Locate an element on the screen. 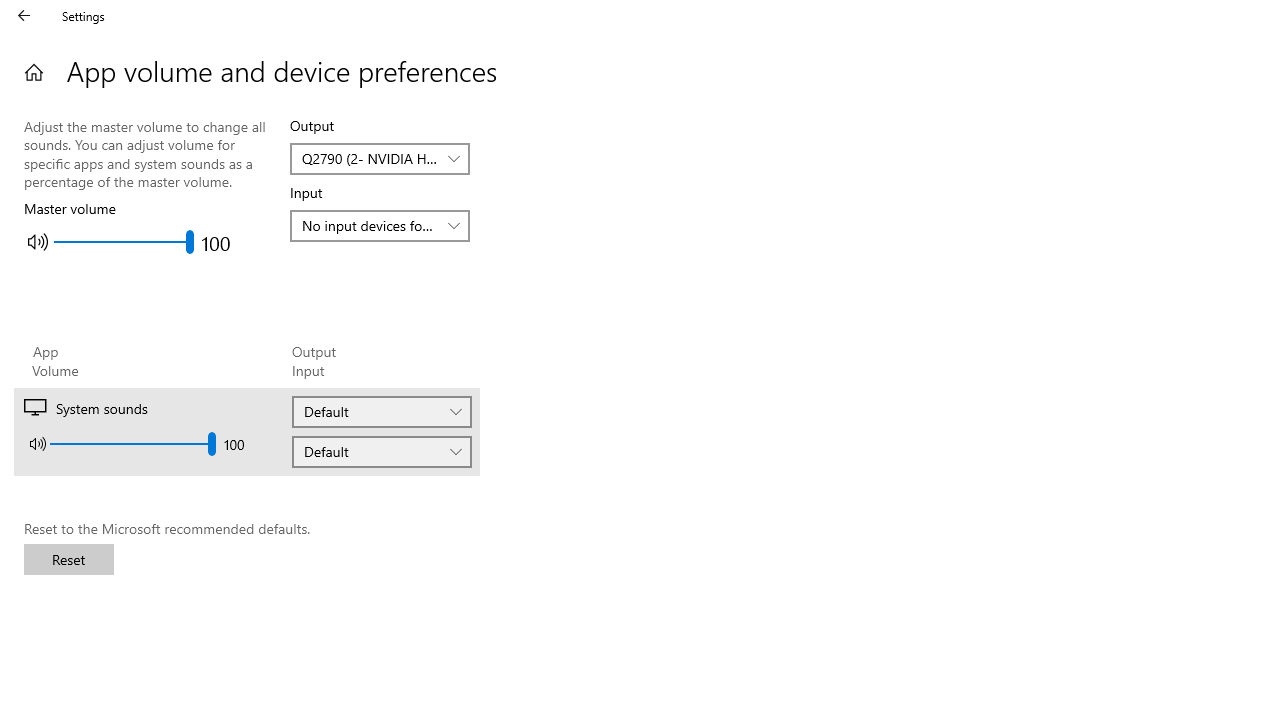  'Mute master volume' is located at coordinates (38, 241).